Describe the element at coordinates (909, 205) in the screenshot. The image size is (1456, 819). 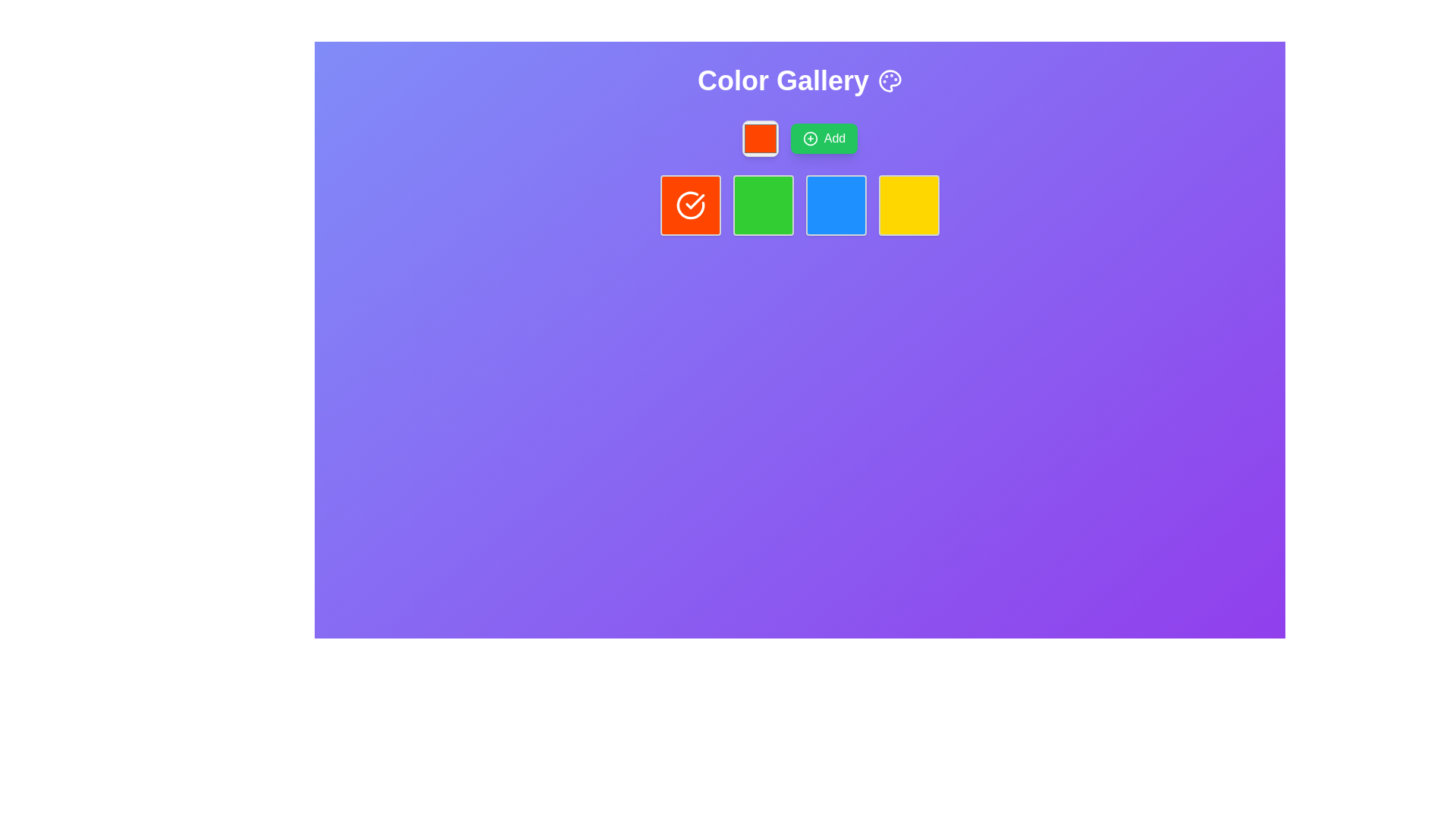
I see `the bright yellow square color selection item with rounded corners and a gray border` at that location.